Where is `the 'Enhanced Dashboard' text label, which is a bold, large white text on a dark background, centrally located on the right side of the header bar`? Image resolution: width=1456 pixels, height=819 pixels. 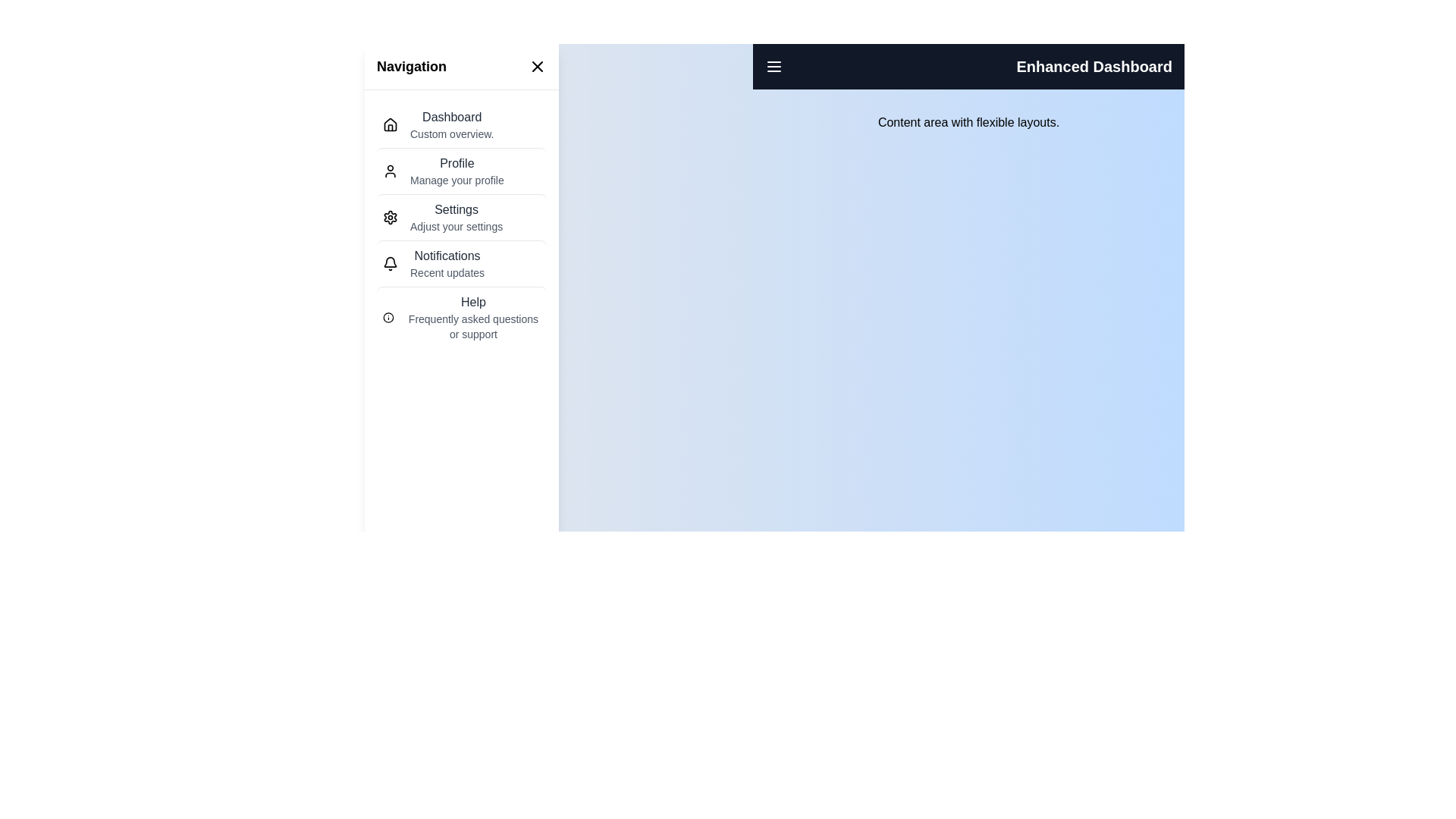
the 'Enhanced Dashboard' text label, which is a bold, large white text on a dark background, centrally located on the right side of the header bar is located at coordinates (1094, 66).